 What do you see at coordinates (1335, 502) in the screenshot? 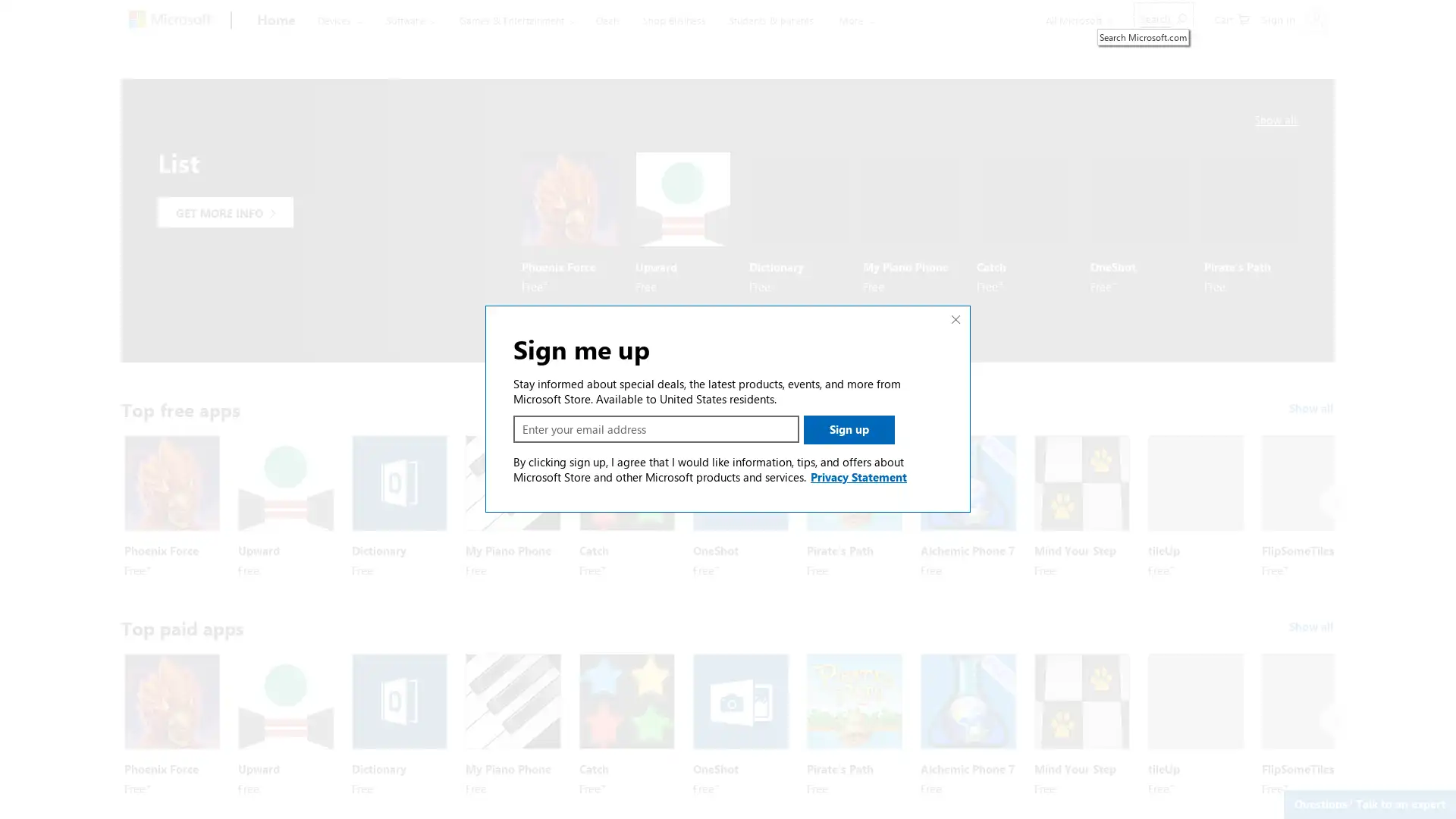
I see `Next` at bounding box center [1335, 502].